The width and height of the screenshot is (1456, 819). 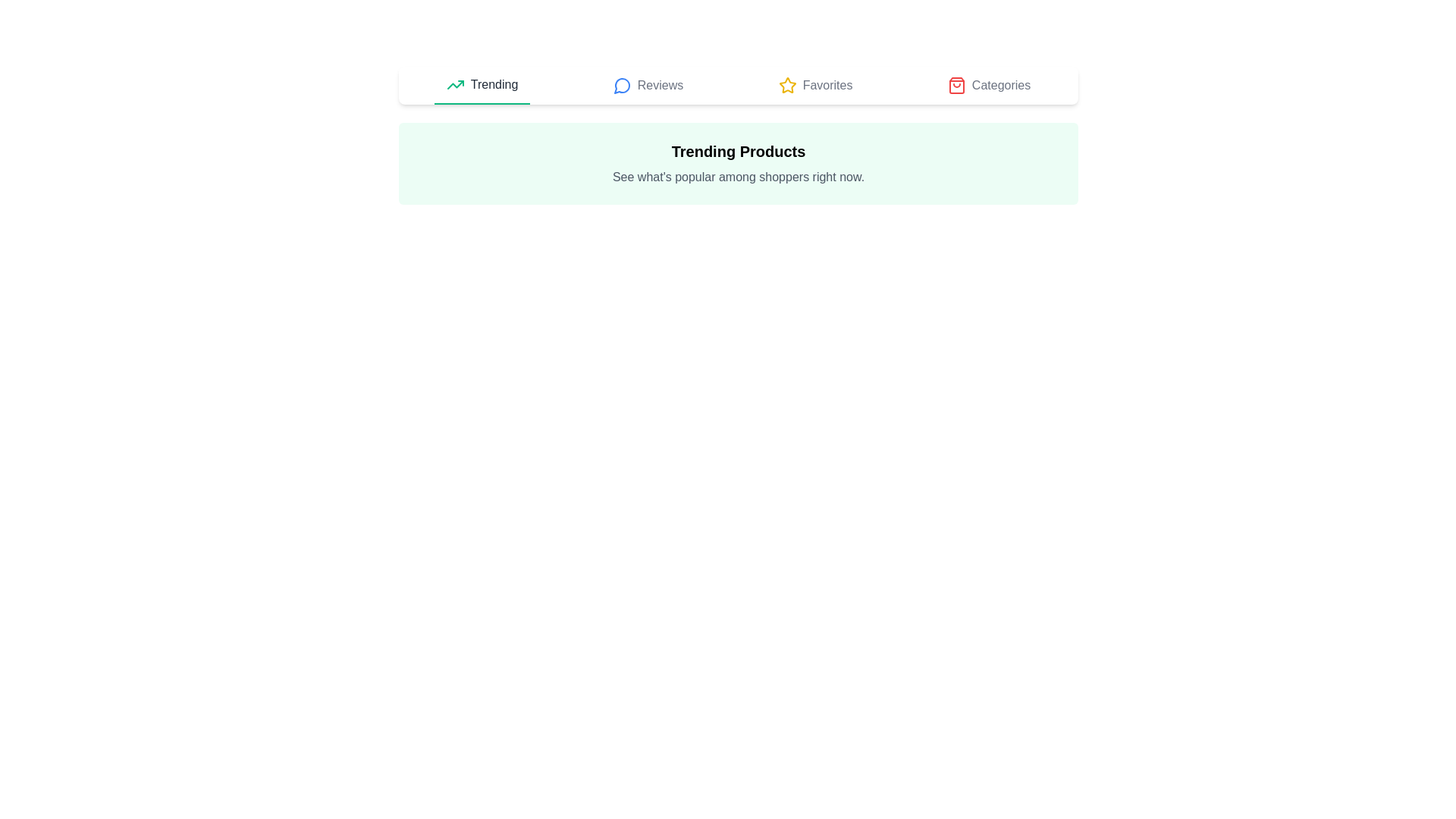 What do you see at coordinates (955, 85) in the screenshot?
I see `the 'Categories' navigation icon located in the navigation bar at the top of the page` at bounding box center [955, 85].